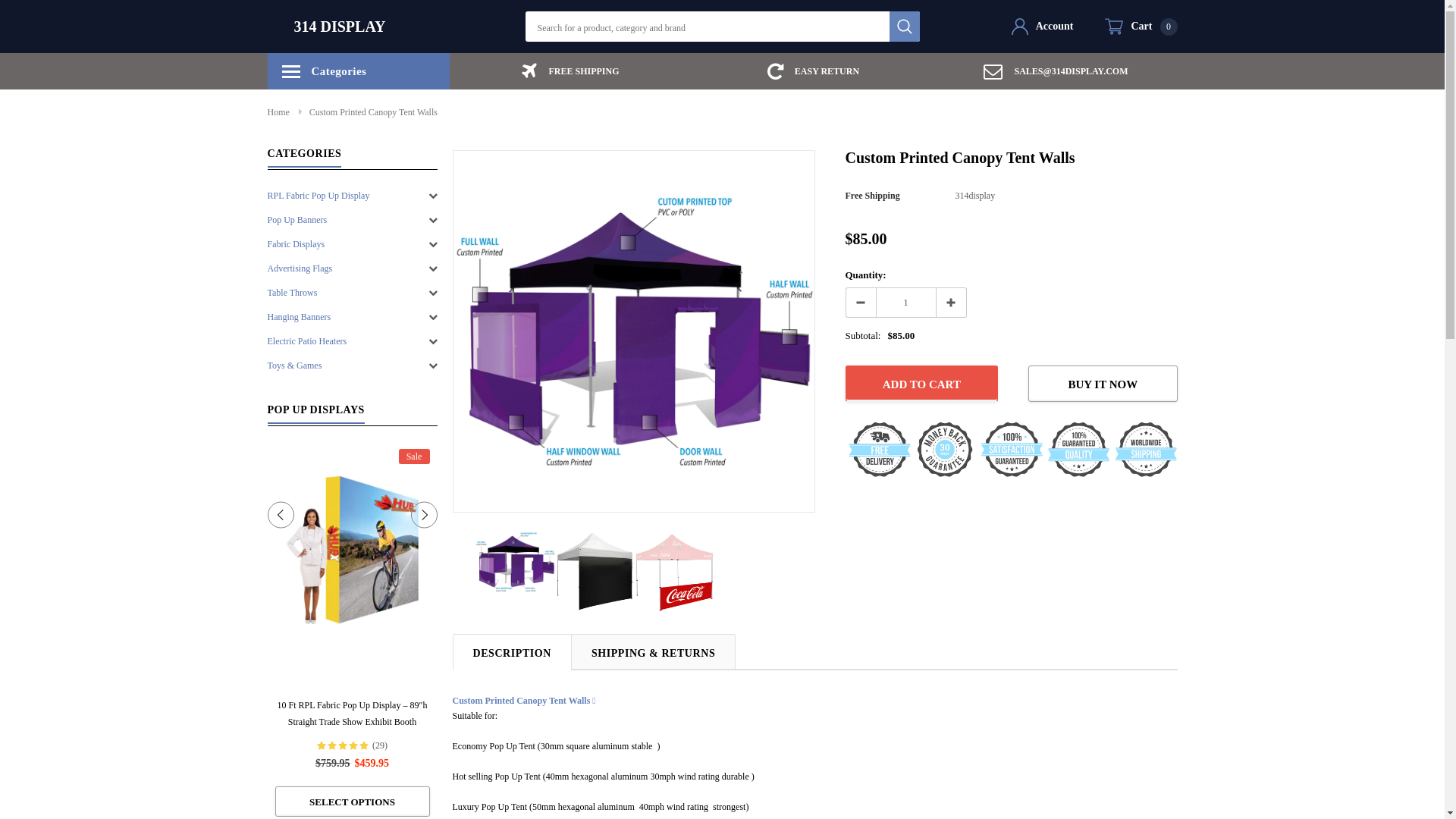  What do you see at coordinates (570, 71) in the screenshot?
I see `'FREE SHIPPING'` at bounding box center [570, 71].